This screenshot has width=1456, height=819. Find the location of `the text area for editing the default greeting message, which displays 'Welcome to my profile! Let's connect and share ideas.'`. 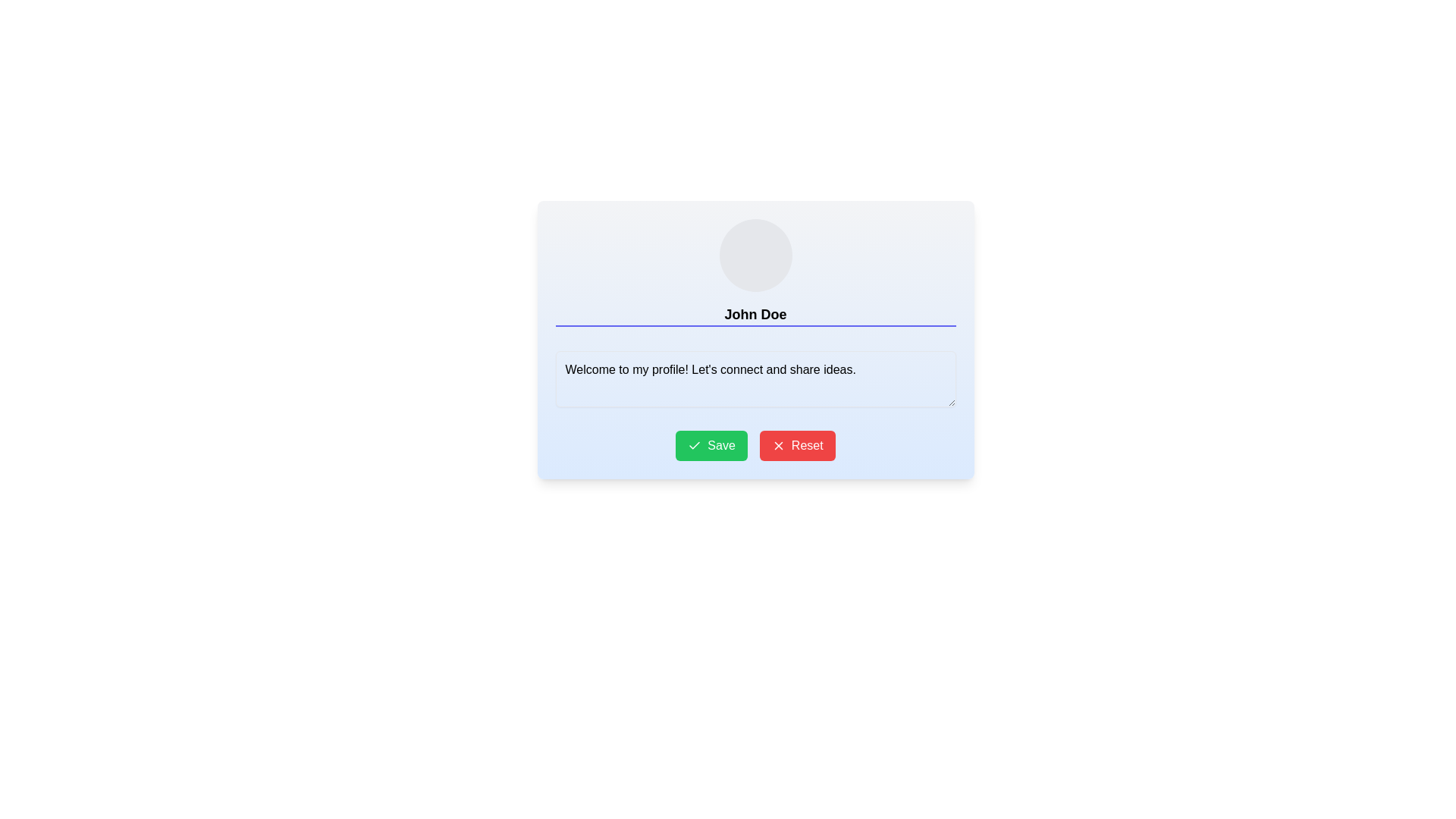

the text area for editing the default greeting message, which displays 'Welcome to my profile! Let's connect and share ideas.' is located at coordinates (755, 378).